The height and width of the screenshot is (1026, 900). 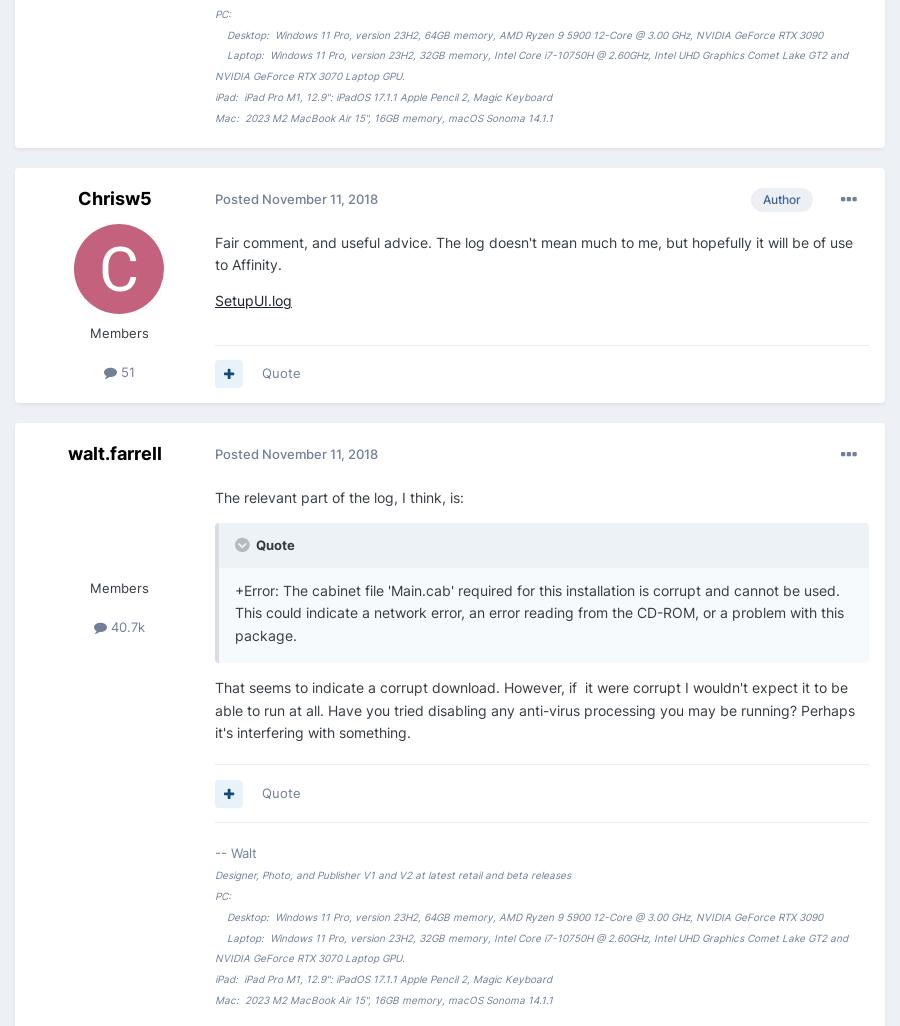 What do you see at coordinates (215, 873) in the screenshot?
I see `'Designer, Photo, and Publisher V1 and V2 at latest retail and beta releases'` at bounding box center [215, 873].